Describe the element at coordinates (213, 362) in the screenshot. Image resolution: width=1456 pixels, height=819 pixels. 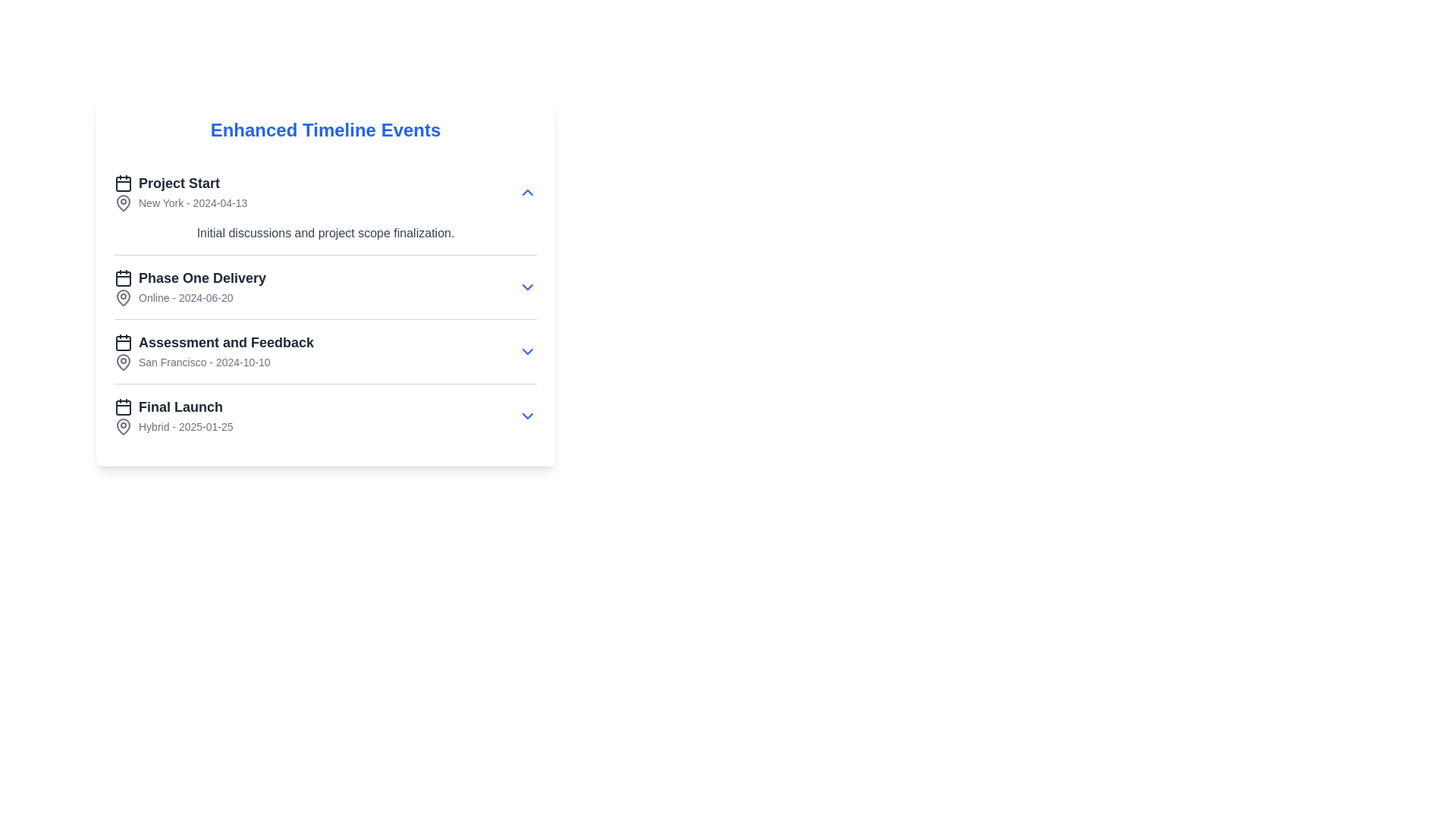
I see `text label displaying 'San Francisco - 2024-10-10' located under the title 'Assessment and Feedback' in the third row of the list` at that location.